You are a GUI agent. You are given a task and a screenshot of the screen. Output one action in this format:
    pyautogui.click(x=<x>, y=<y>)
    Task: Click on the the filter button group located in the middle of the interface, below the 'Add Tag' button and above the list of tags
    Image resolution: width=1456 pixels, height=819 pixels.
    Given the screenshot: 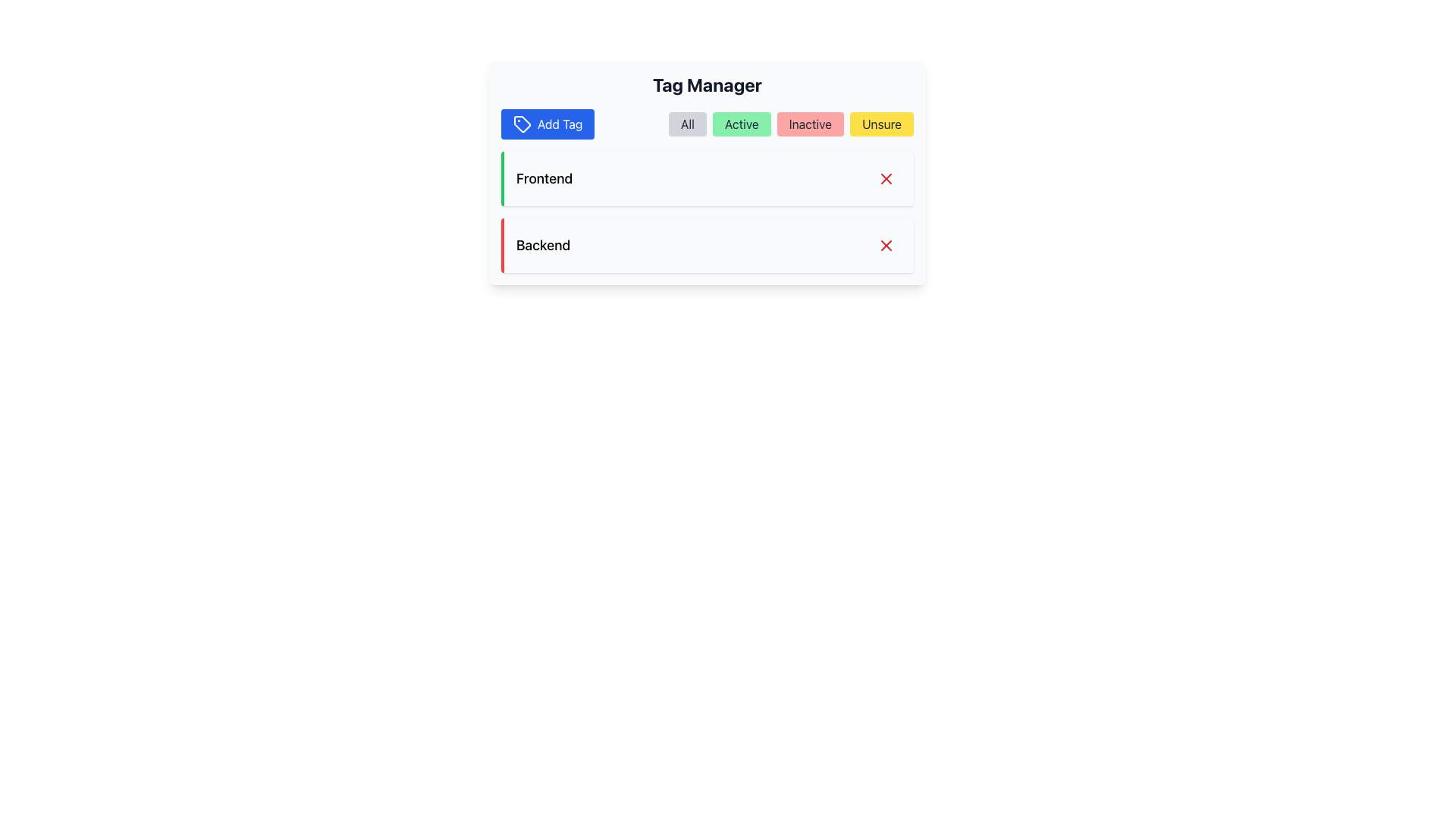 What is the action you would take?
    pyautogui.click(x=790, y=124)
    